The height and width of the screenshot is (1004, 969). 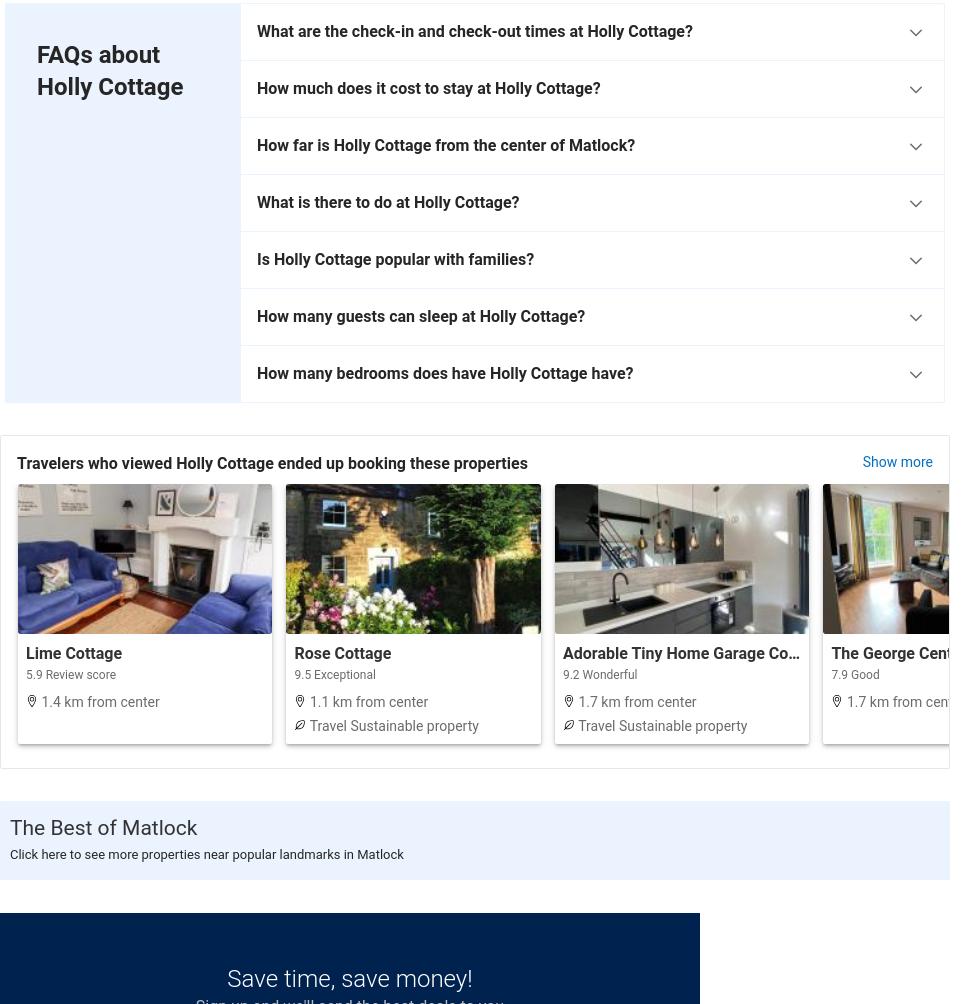 I want to click on '1.1 km from center', so click(x=366, y=699).